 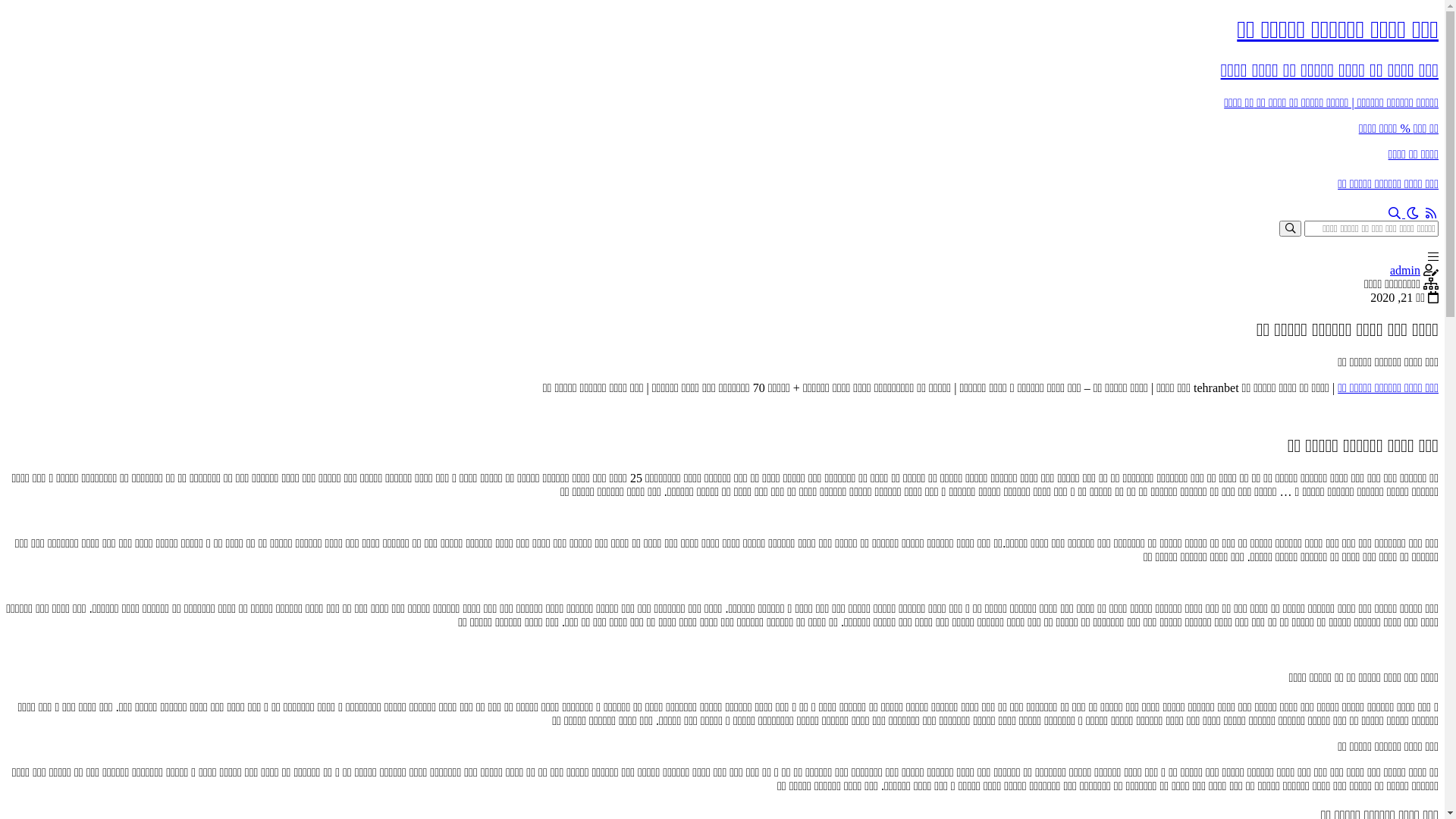 I want to click on 'admin', so click(x=1404, y=269).